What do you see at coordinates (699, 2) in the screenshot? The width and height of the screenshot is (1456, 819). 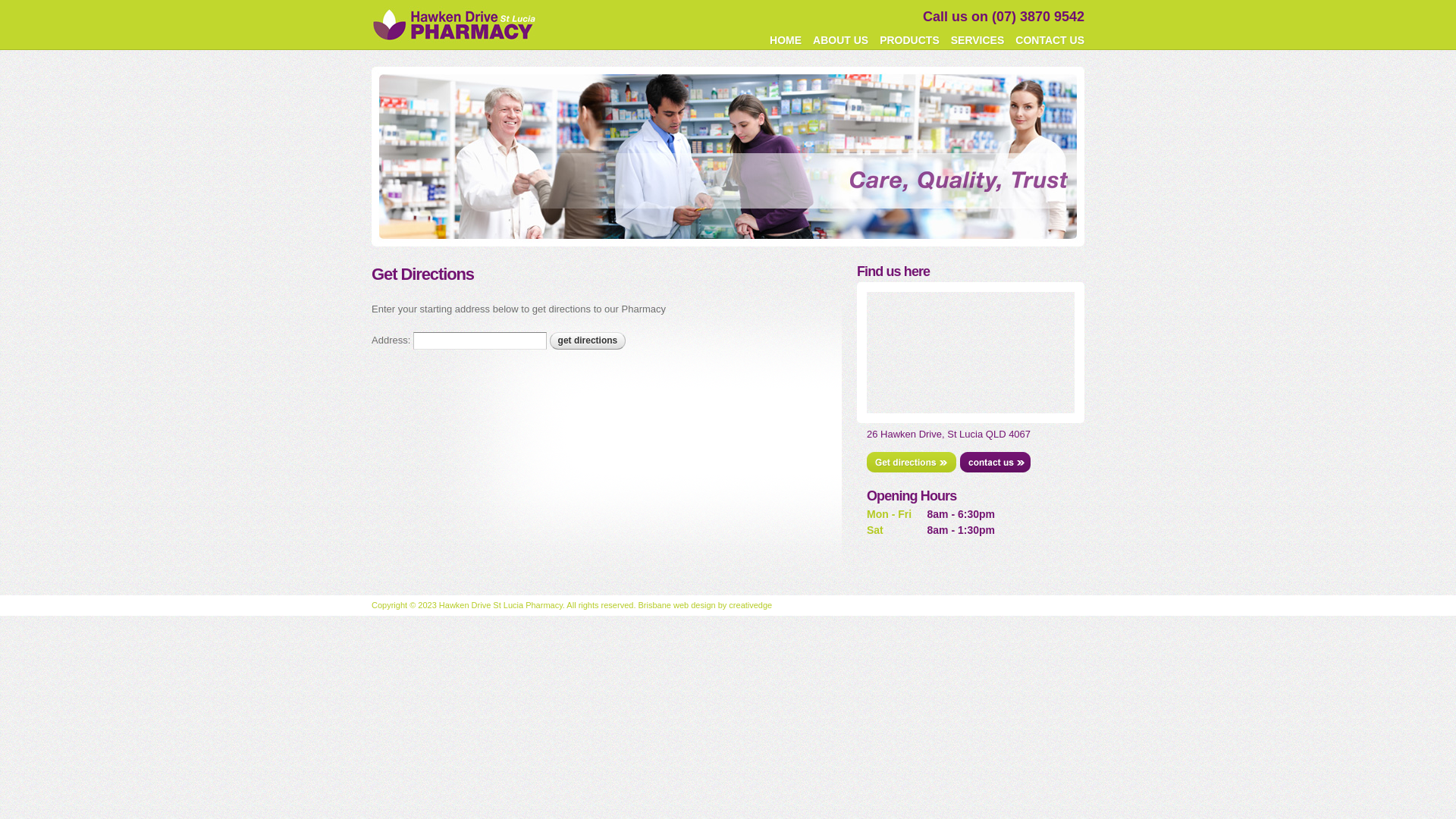 I see `'Skip to main content'` at bounding box center [699, 2].